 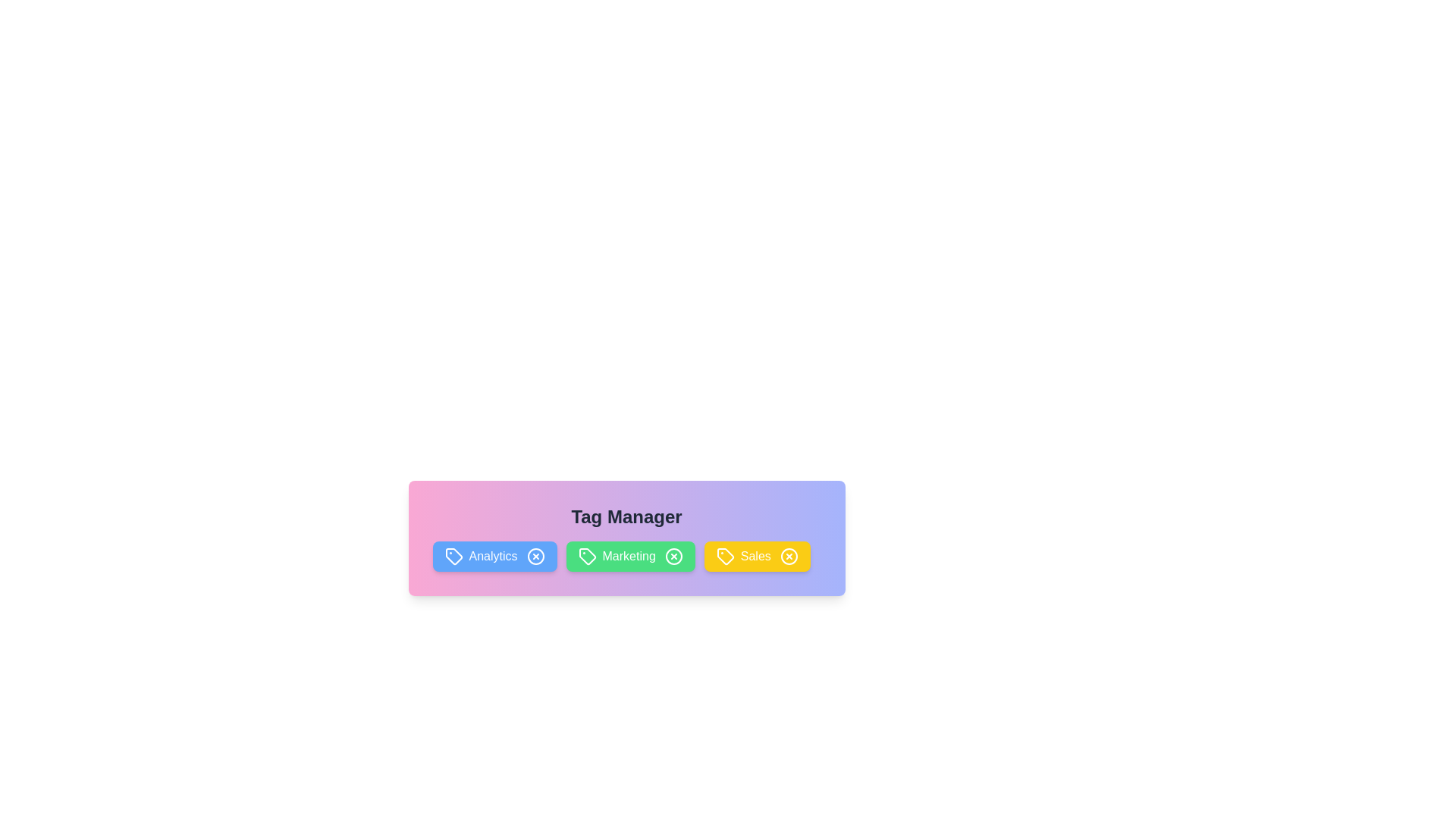 I want to click on the close button of the tag labeled Analytics, so click(x=535, y=556).